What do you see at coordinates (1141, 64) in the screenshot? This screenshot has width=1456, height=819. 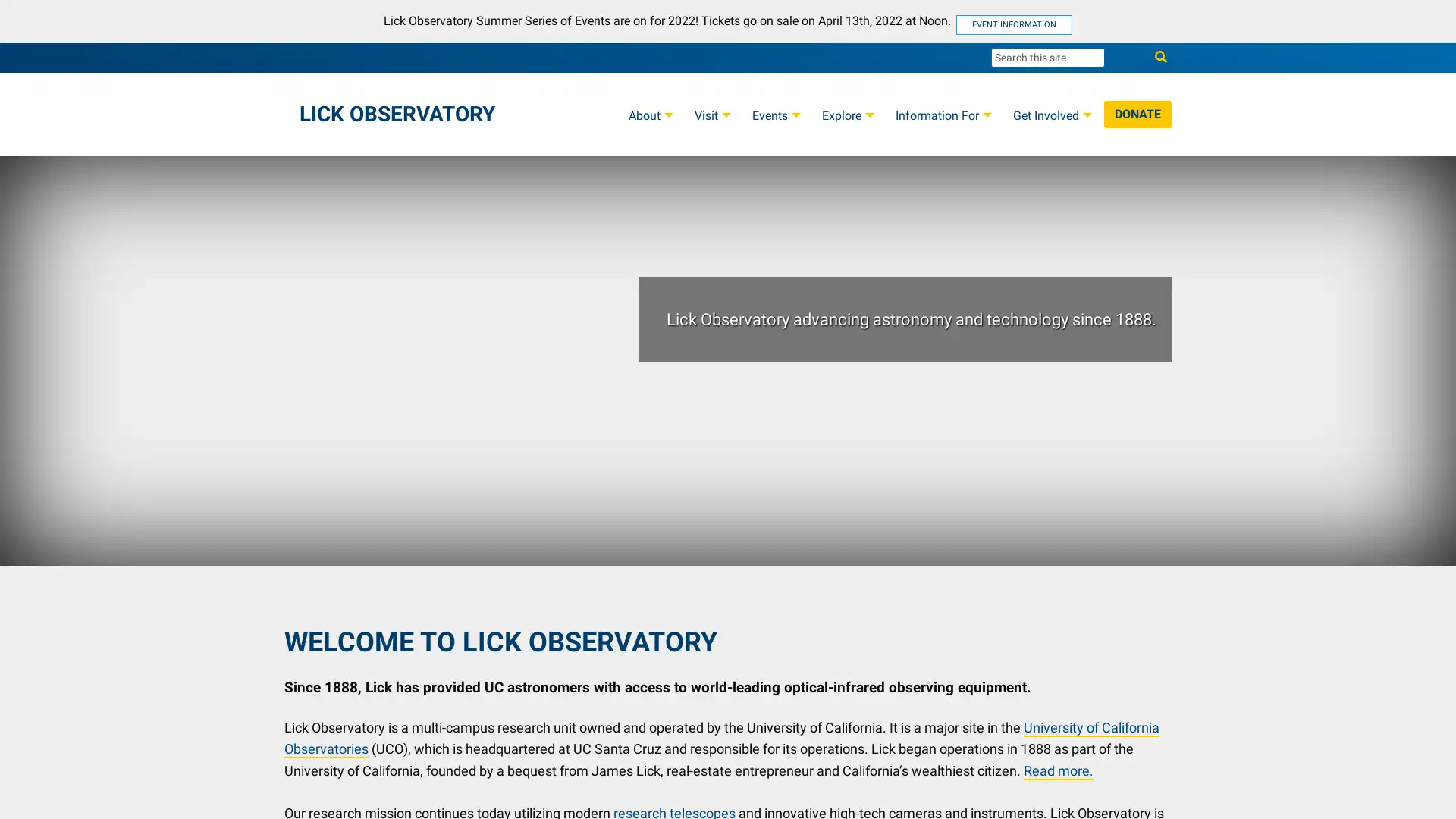 I see `Search` at bounding box center [1141, 64].